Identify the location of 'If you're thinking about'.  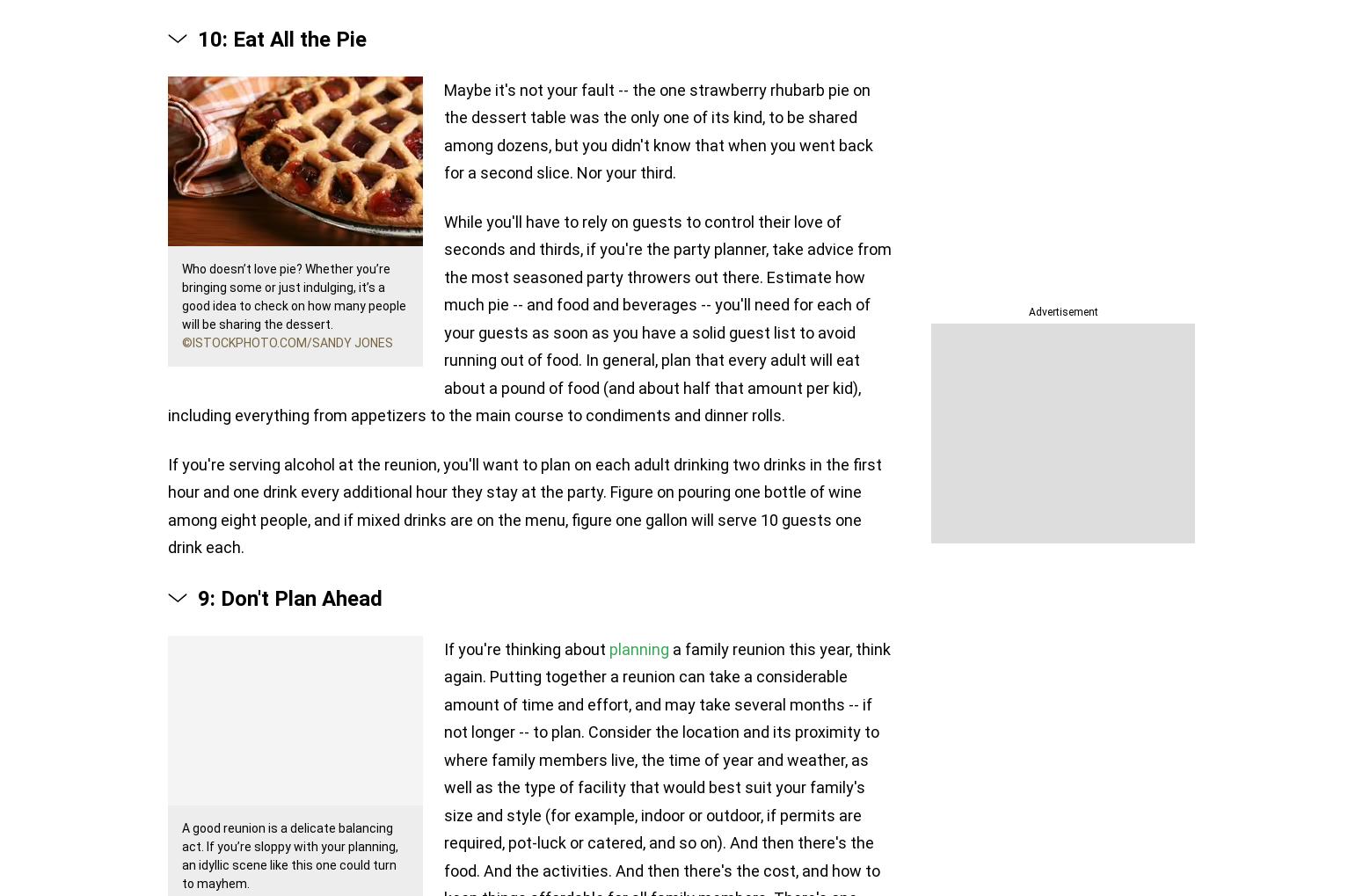
(527, 648).